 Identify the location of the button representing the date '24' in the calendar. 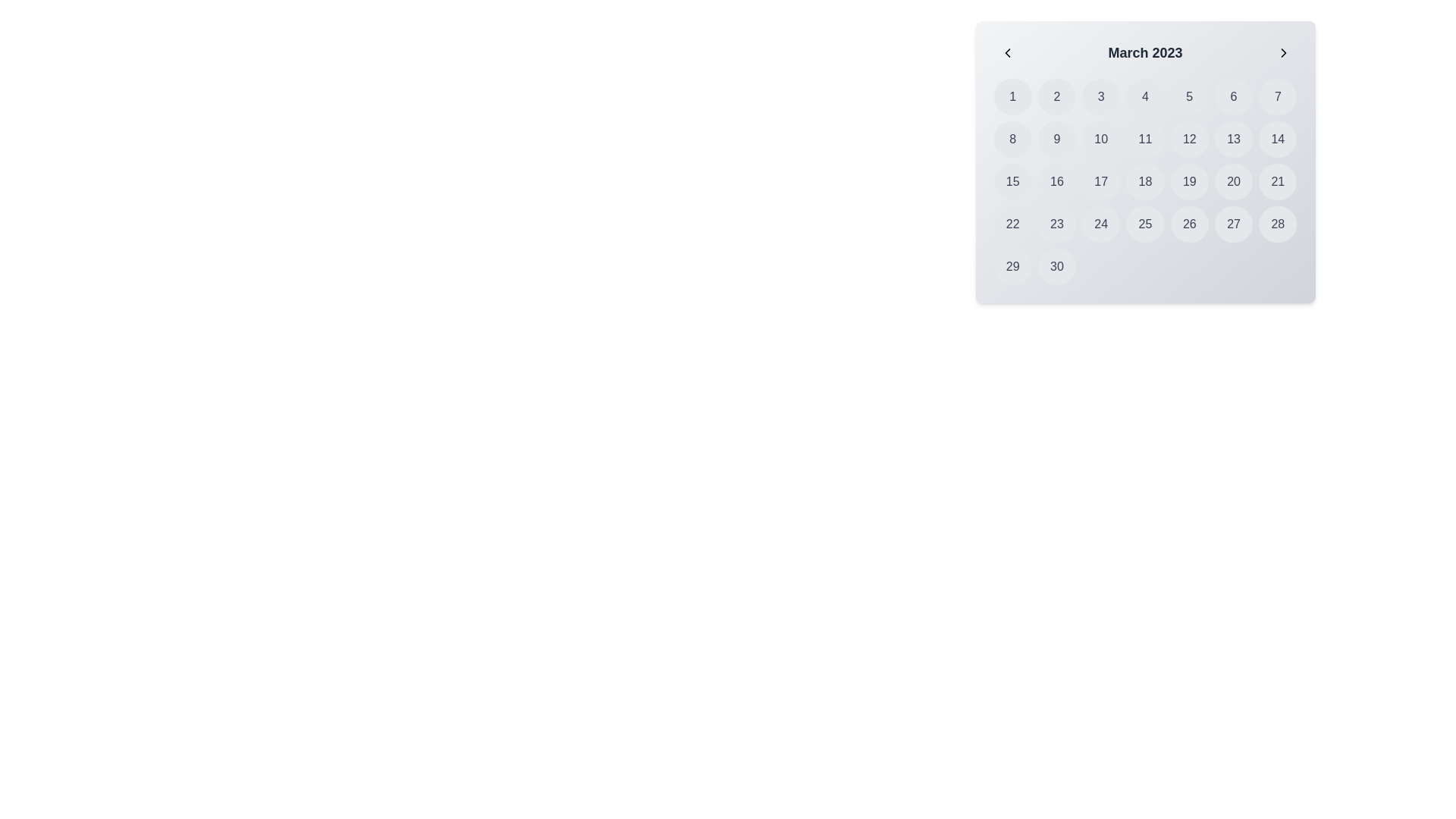
(1101, 224).